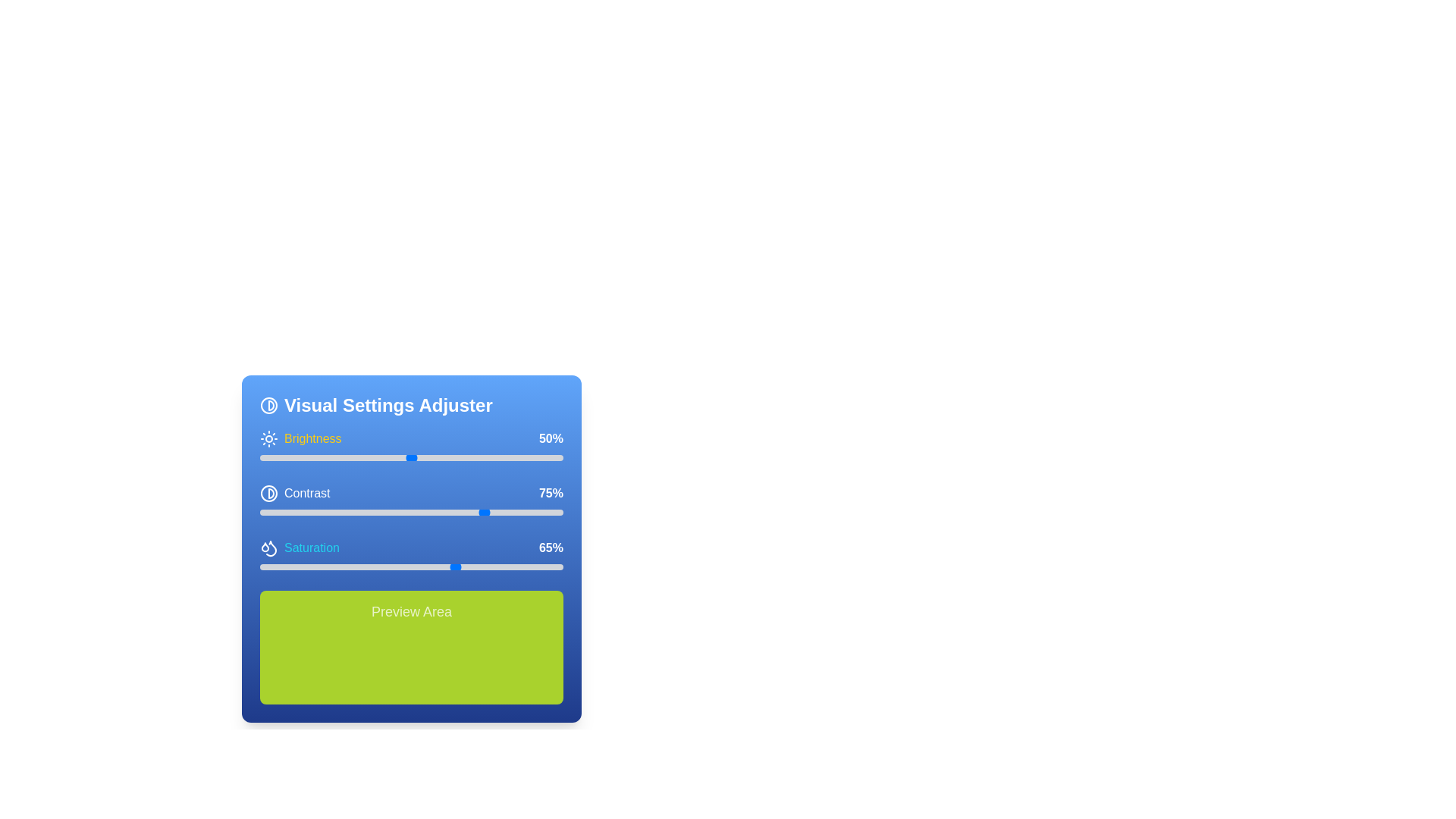 The height and width of the screenshot is (819, 1456). What do you see at coordinates (308, 457) in the screenshot?
I see `the brightness level` at bounding box center [308, 457].